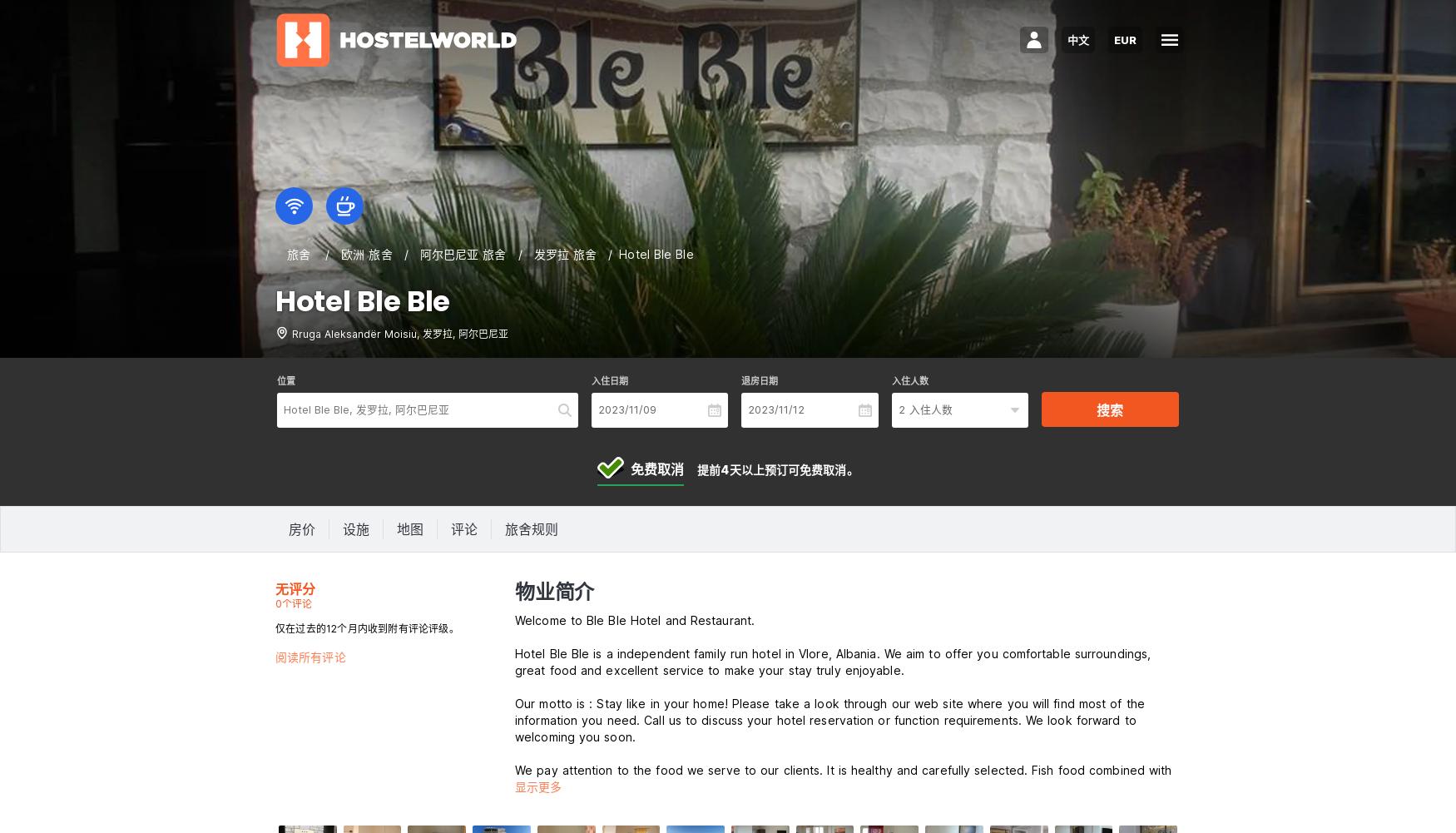 The height and width of the screenshot is (833, 1456). I want to click on '2023/11/12', so click(775, 409).